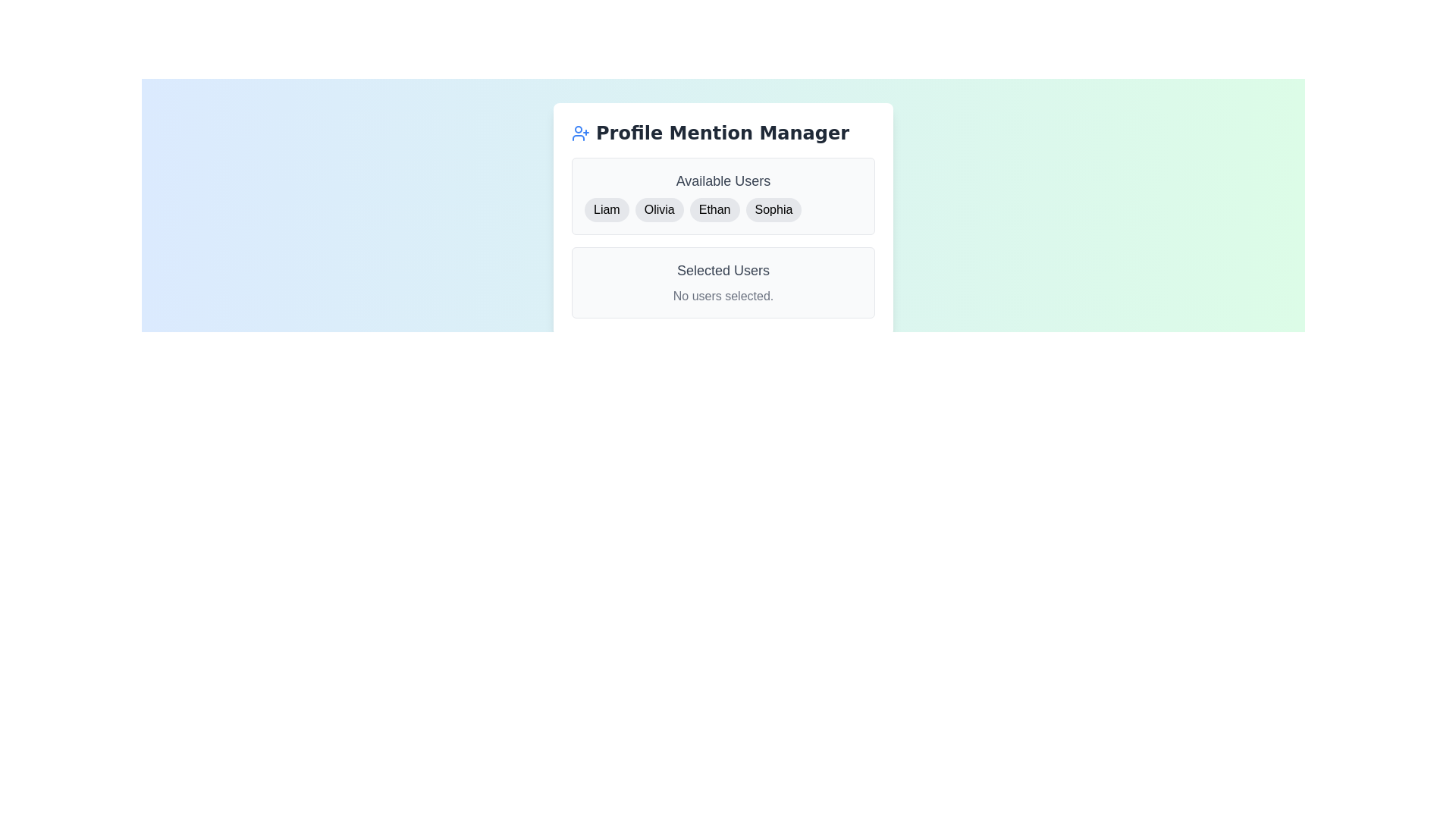 Image resolution: width=1456 pixels, height=819 pixels. I want to click on the button representing the user 'Olivia' in the 'Available Users' section, so click(659, 210).